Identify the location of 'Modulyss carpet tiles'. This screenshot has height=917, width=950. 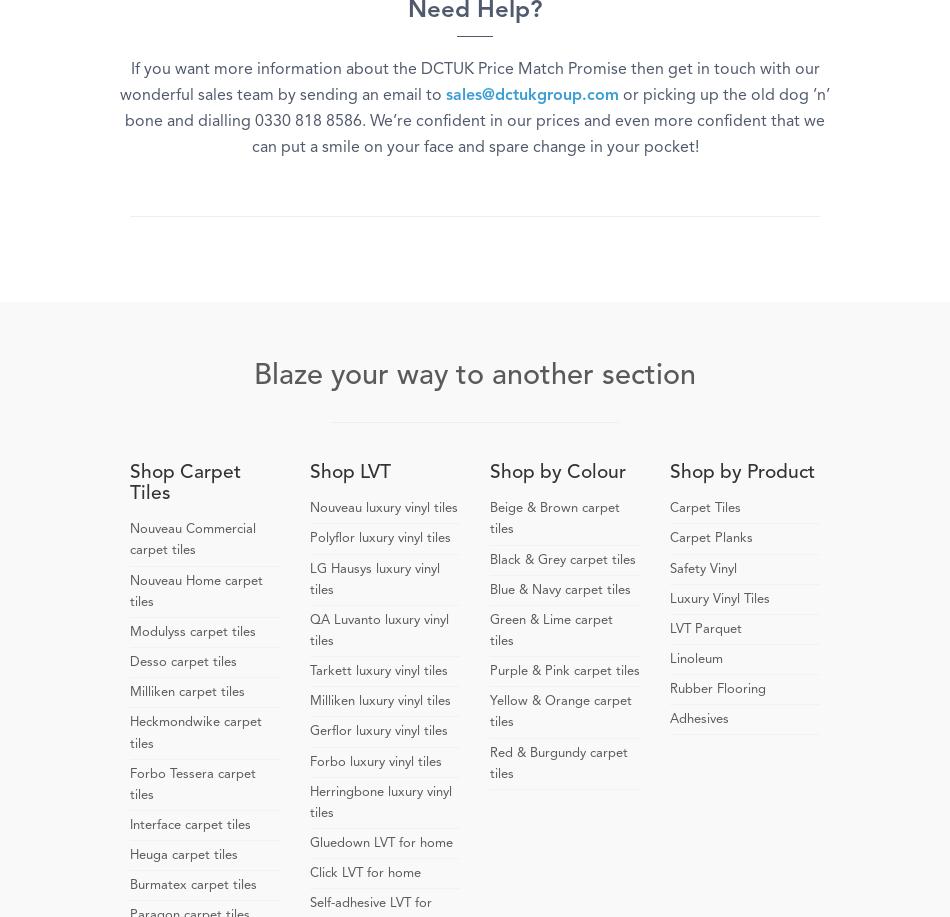
(129, 630).